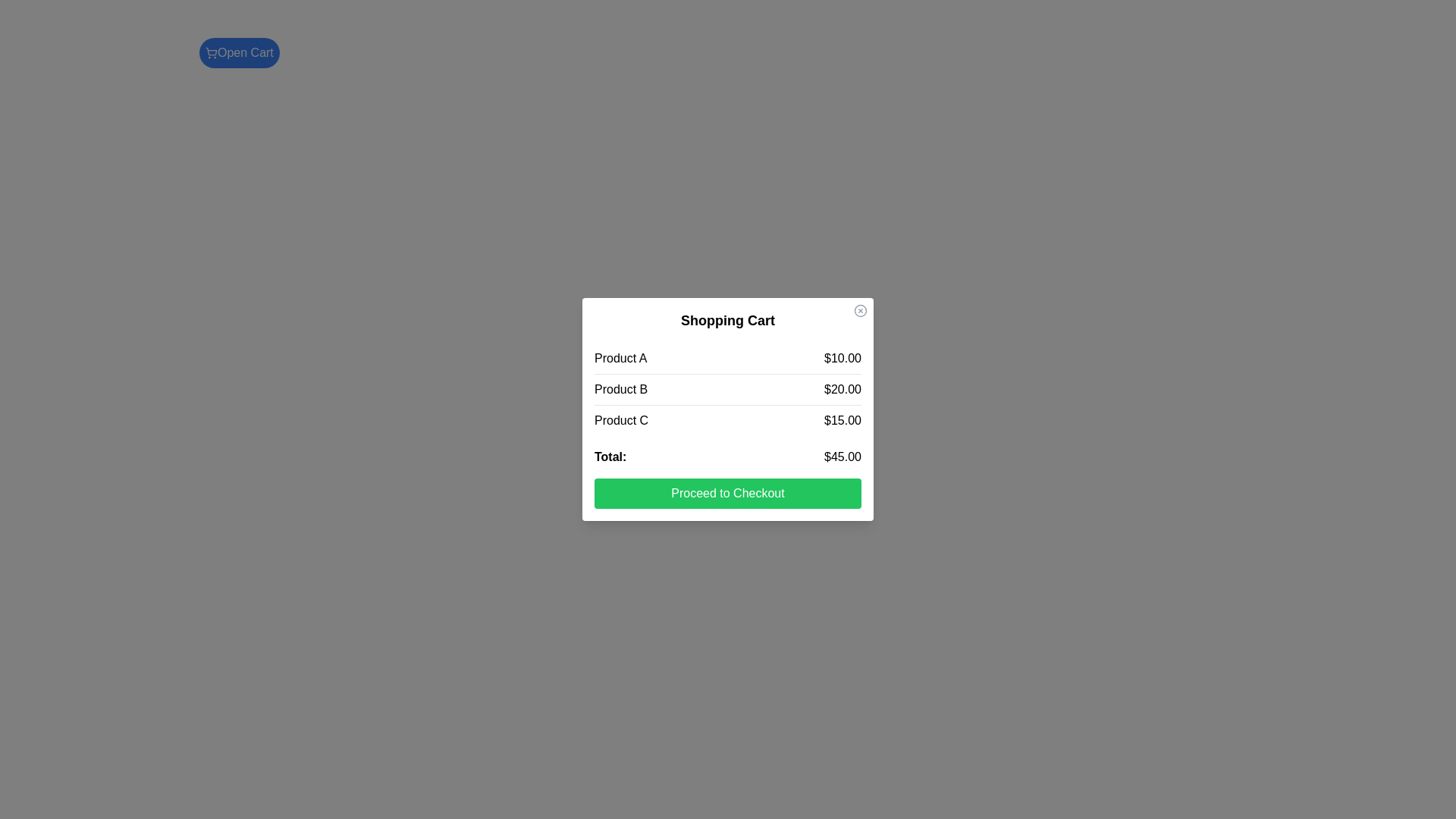 The width and height of the screenshot is (1456, 819). Describe the element at coordinates (210, 52) in the screenshot. I see `the shopping cart icon, which is a white outline on a blue circular background` at that location.